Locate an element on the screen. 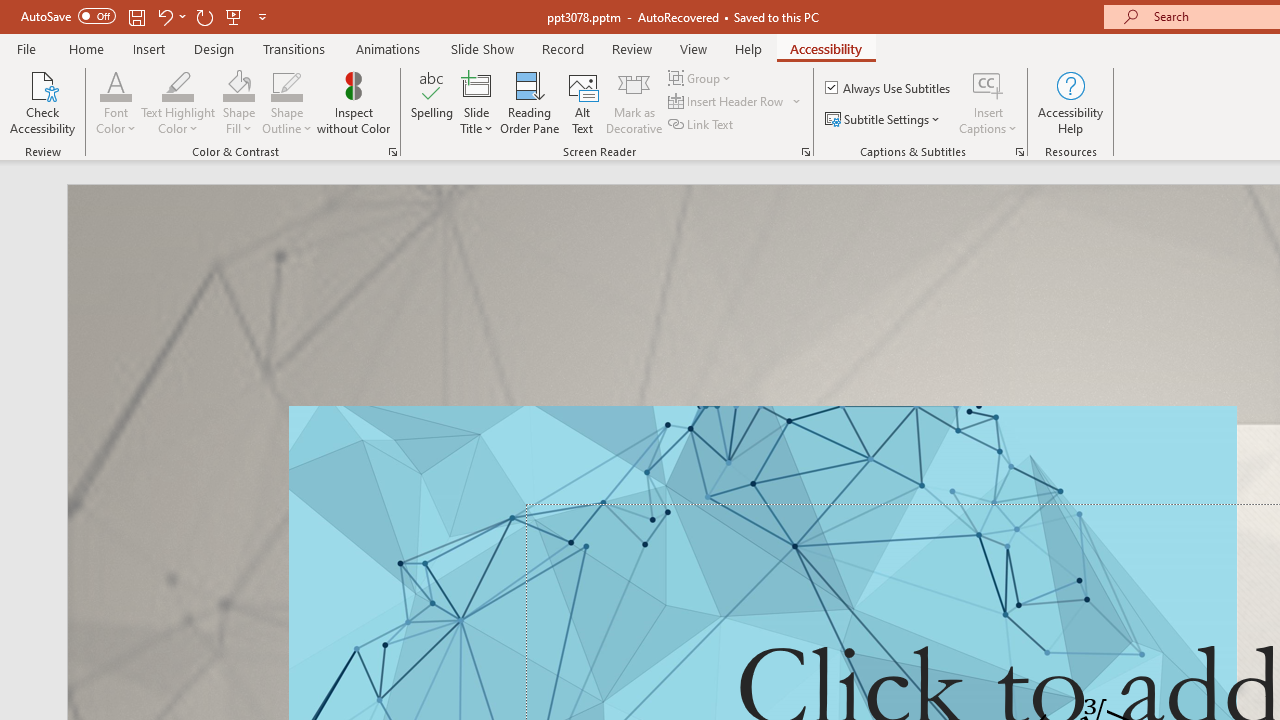 The height and width of the screenshot is (720, 1280). 'Link Text' is located at coordinates (702, 124).